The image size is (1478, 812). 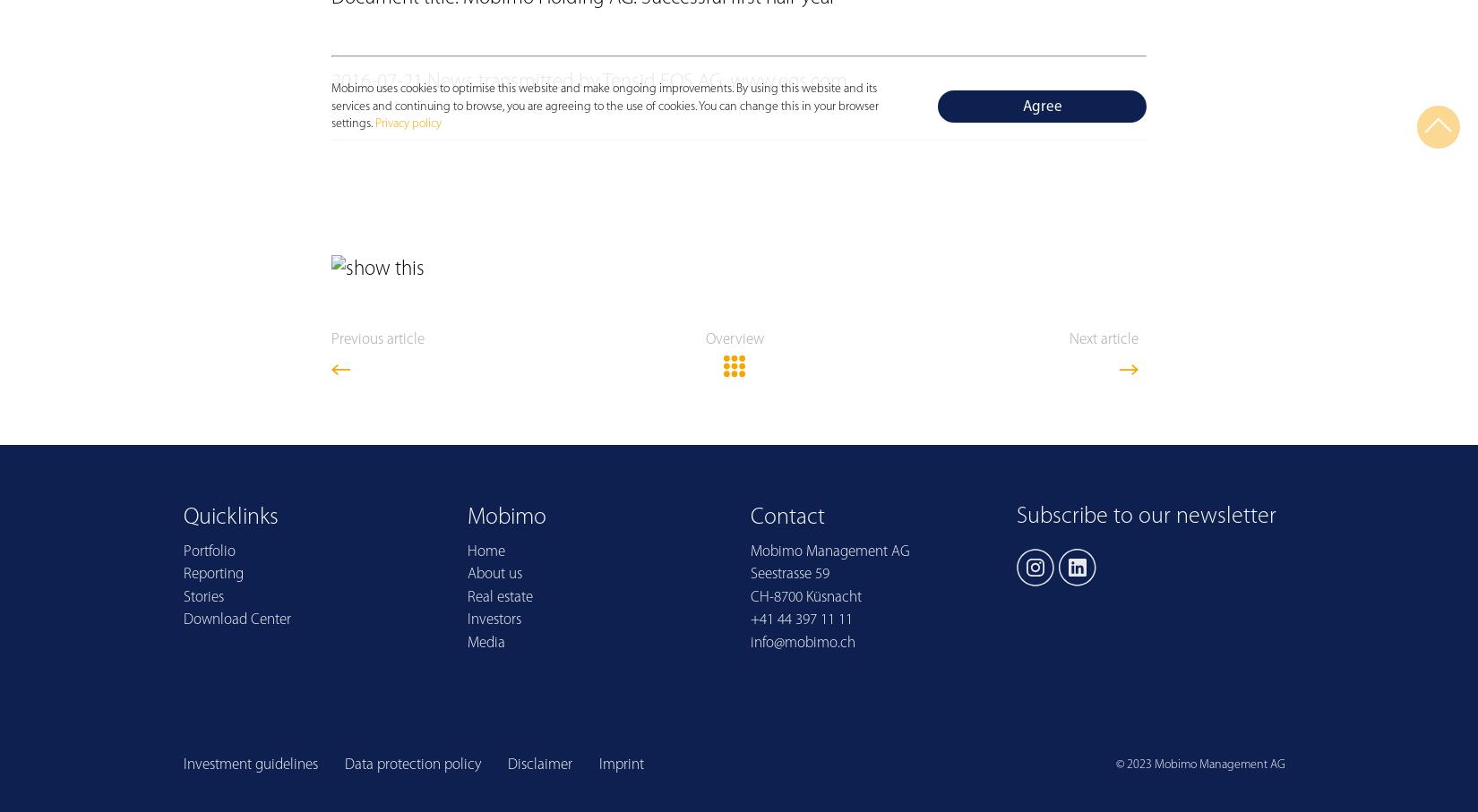 What do you see at coordinates (412, 764) in the screenshot?
I see `'Data protection policy'` at bounding box center [412, 764].